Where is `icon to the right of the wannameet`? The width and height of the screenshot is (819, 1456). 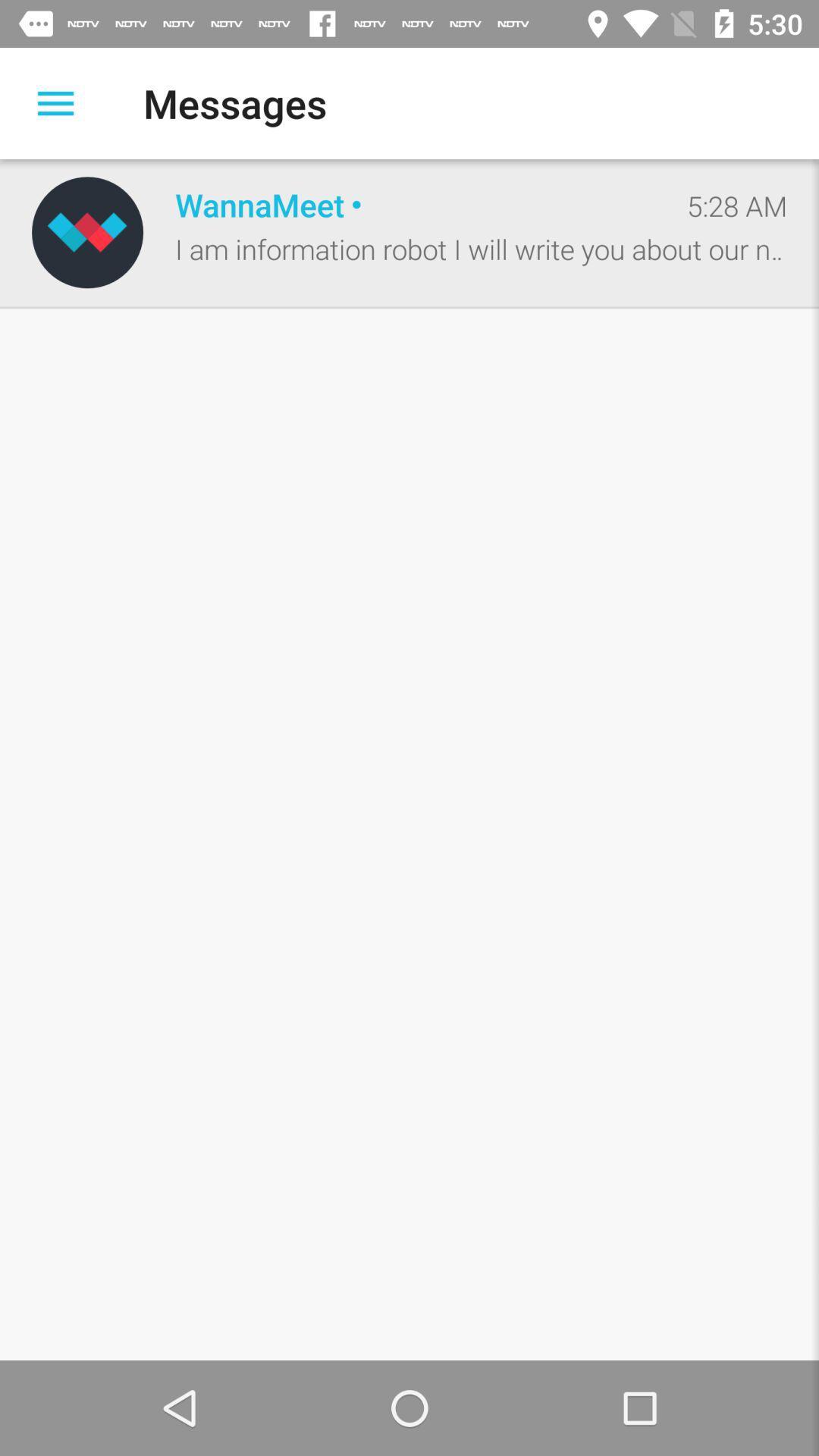
icon to the right of the wannameet is located at coordinates (736, 205).